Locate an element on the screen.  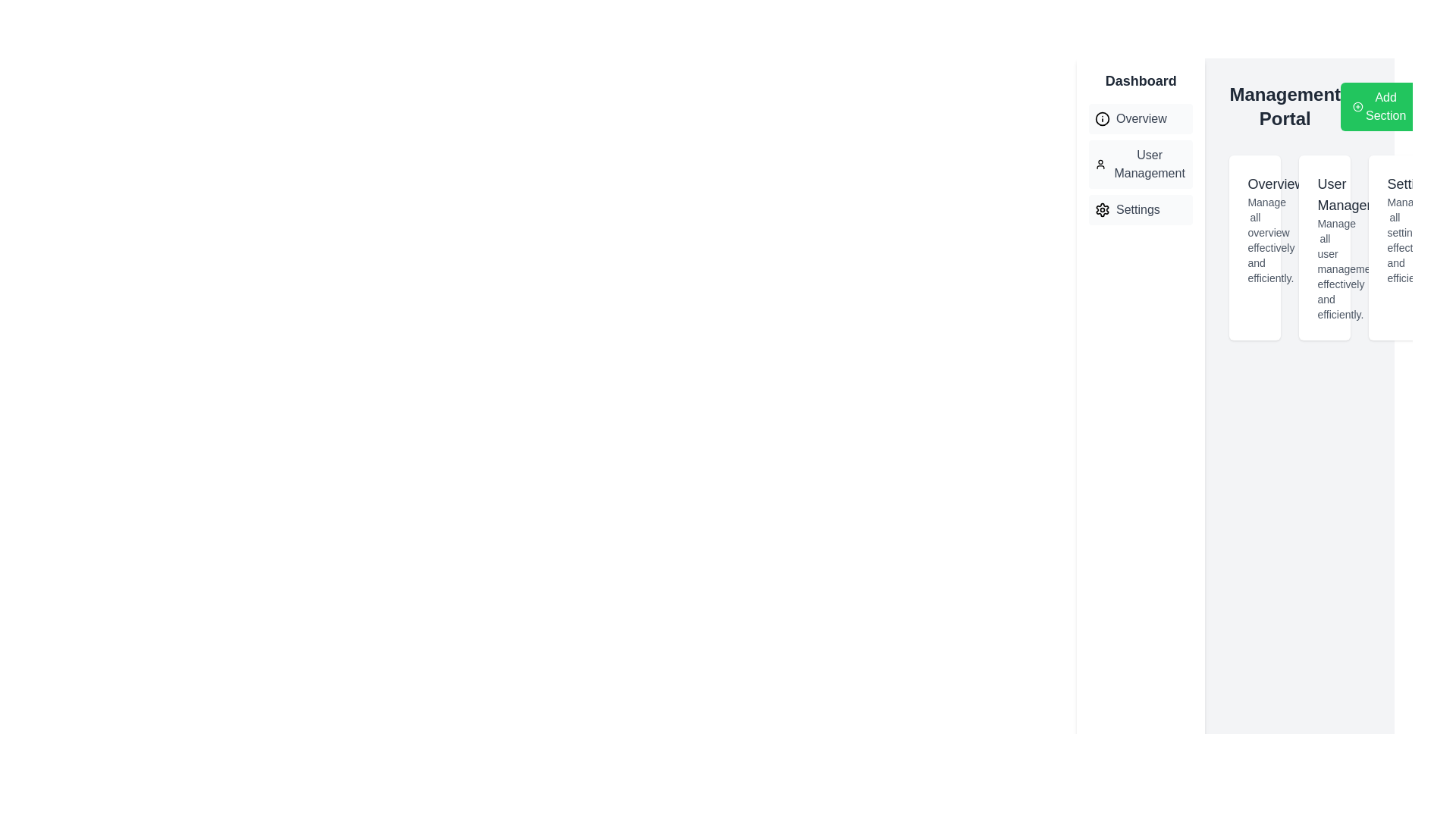
the informational card containing the text 'User Management' which is located in the middle column of the layout, between the 'Overview' and 'Settings' cards is located at coordinates (1324, 247).